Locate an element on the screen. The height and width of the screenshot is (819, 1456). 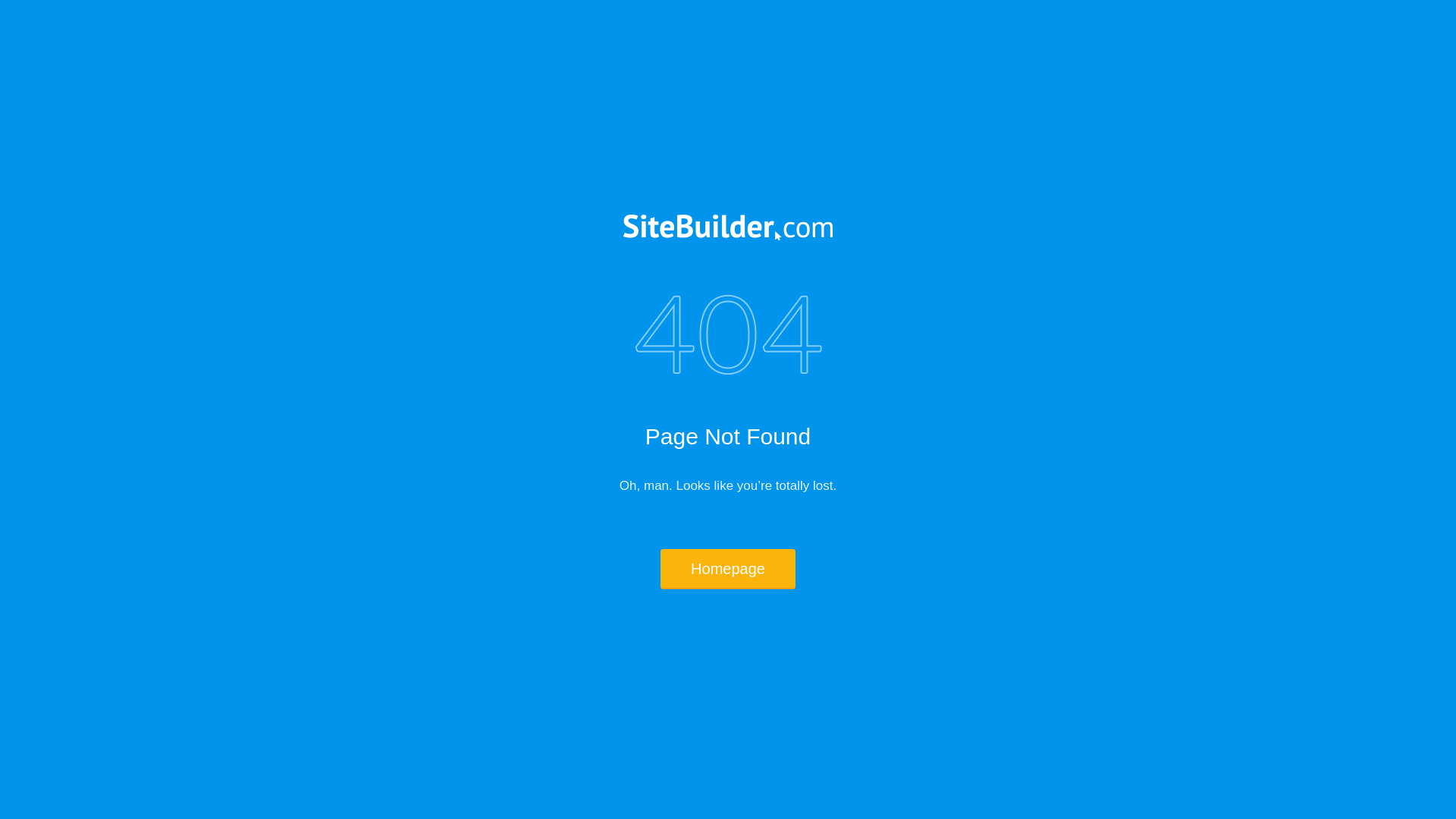
'Homepage' is located at coordinates (728, 569).